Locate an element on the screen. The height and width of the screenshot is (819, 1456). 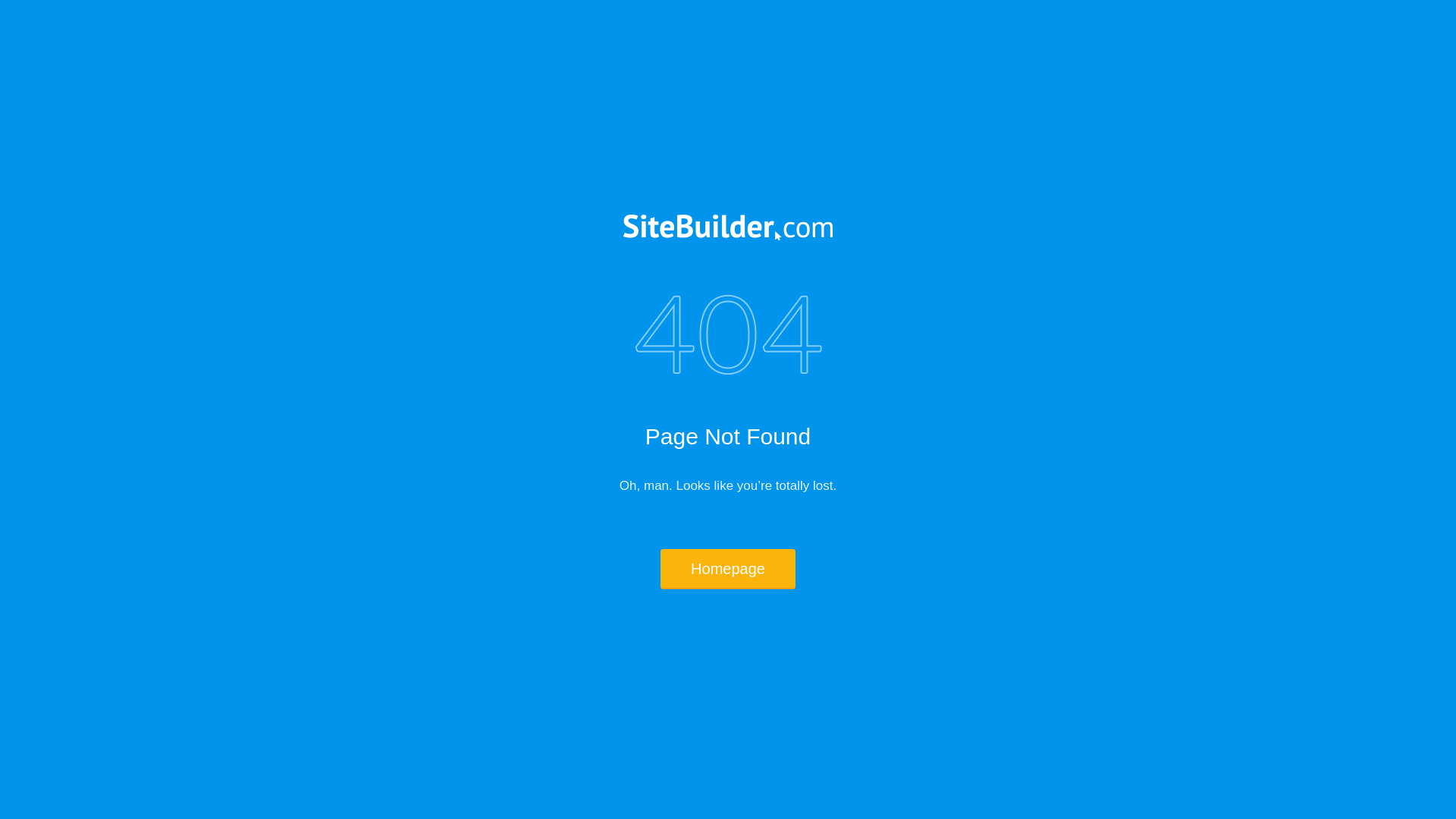
'Homepage' is located at coordinates (728, 569).